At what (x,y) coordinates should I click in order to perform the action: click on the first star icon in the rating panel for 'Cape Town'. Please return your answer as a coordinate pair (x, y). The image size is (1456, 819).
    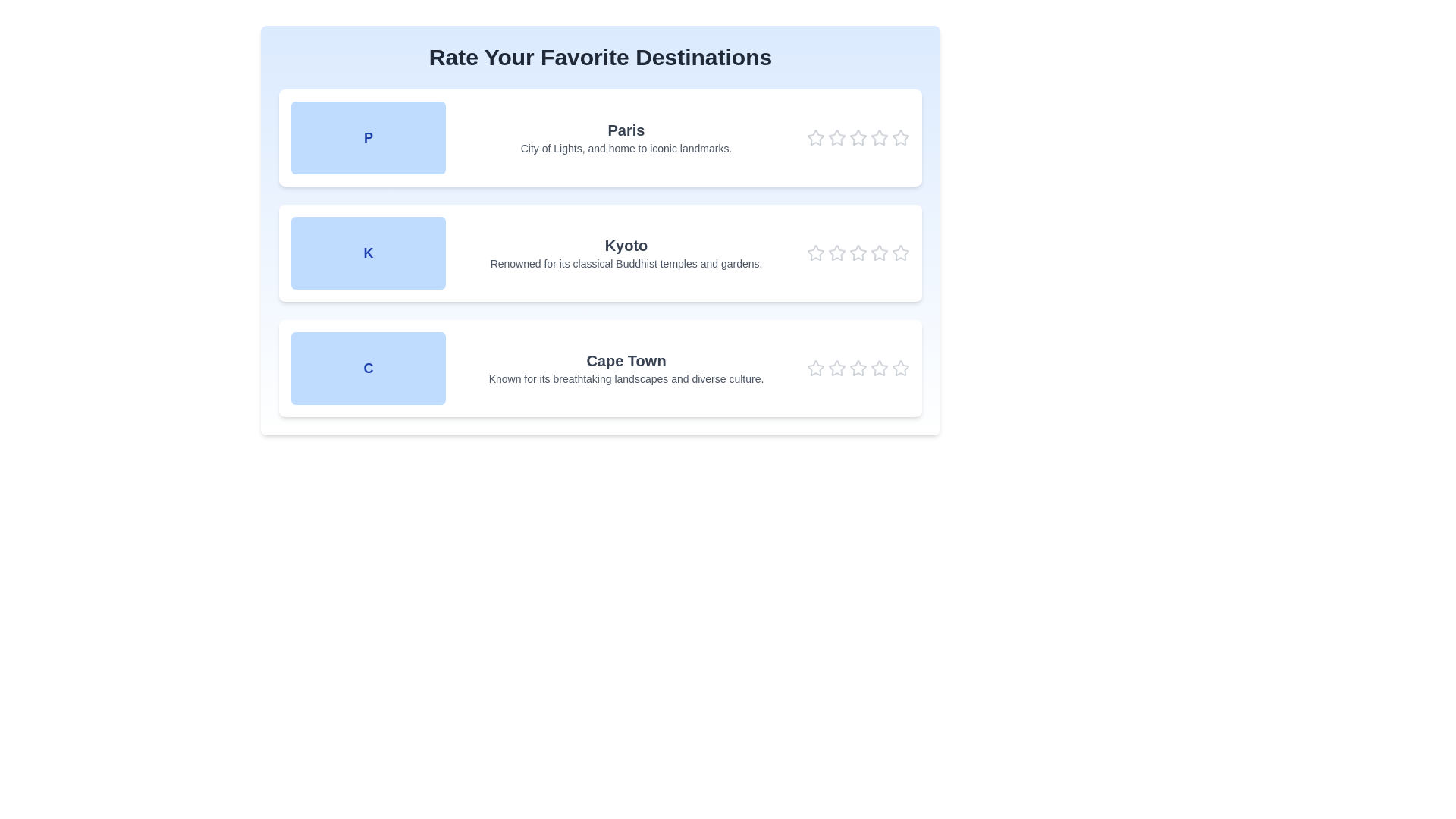
    Looking at the image, I should click on (814, 368).